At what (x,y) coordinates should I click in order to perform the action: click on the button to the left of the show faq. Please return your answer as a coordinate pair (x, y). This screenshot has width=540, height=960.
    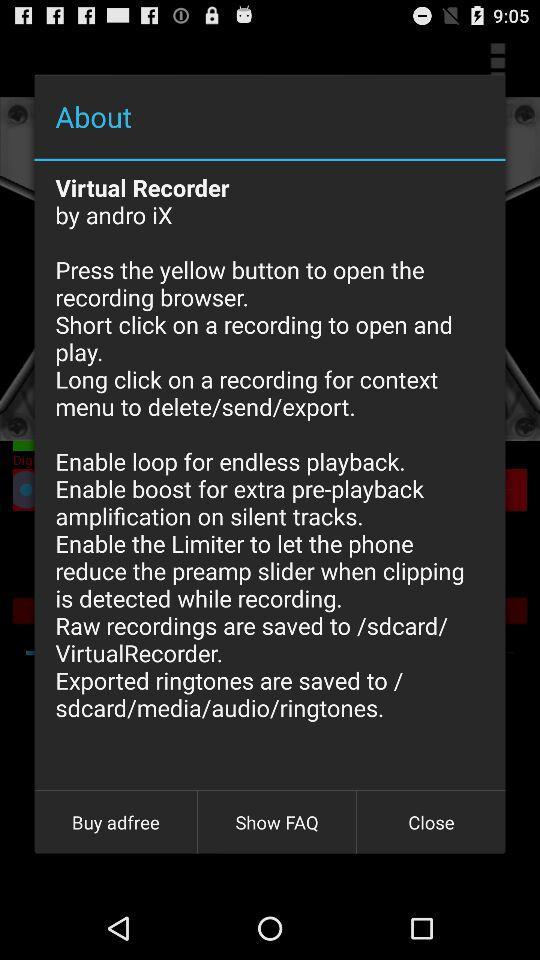
    Looking at the image, I should click on (115, 822).